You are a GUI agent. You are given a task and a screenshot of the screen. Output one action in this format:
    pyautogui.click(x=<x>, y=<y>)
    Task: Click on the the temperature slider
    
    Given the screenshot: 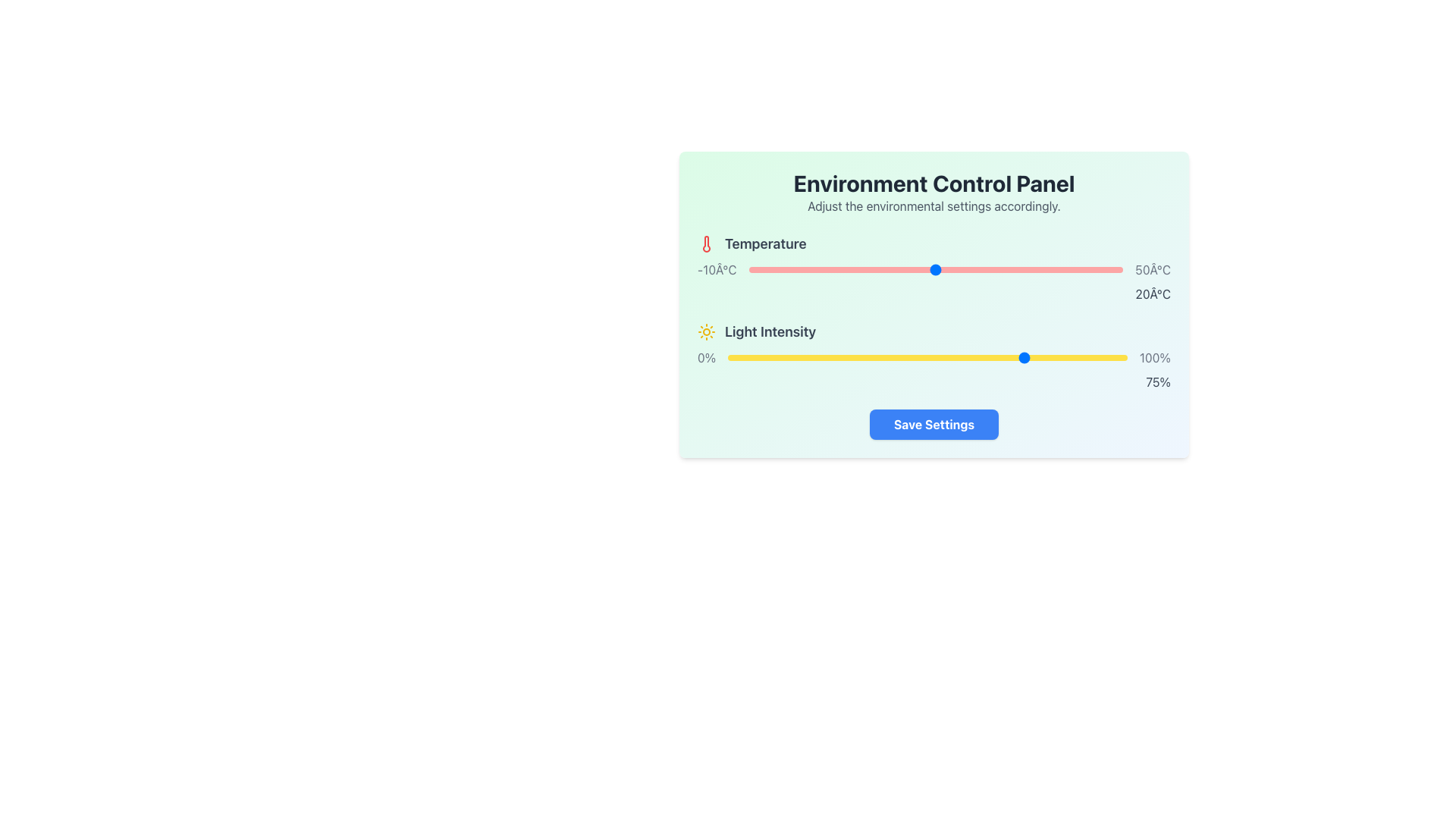 What is the action you would take?
    pyautogui.click(x=1004, y=268)
    